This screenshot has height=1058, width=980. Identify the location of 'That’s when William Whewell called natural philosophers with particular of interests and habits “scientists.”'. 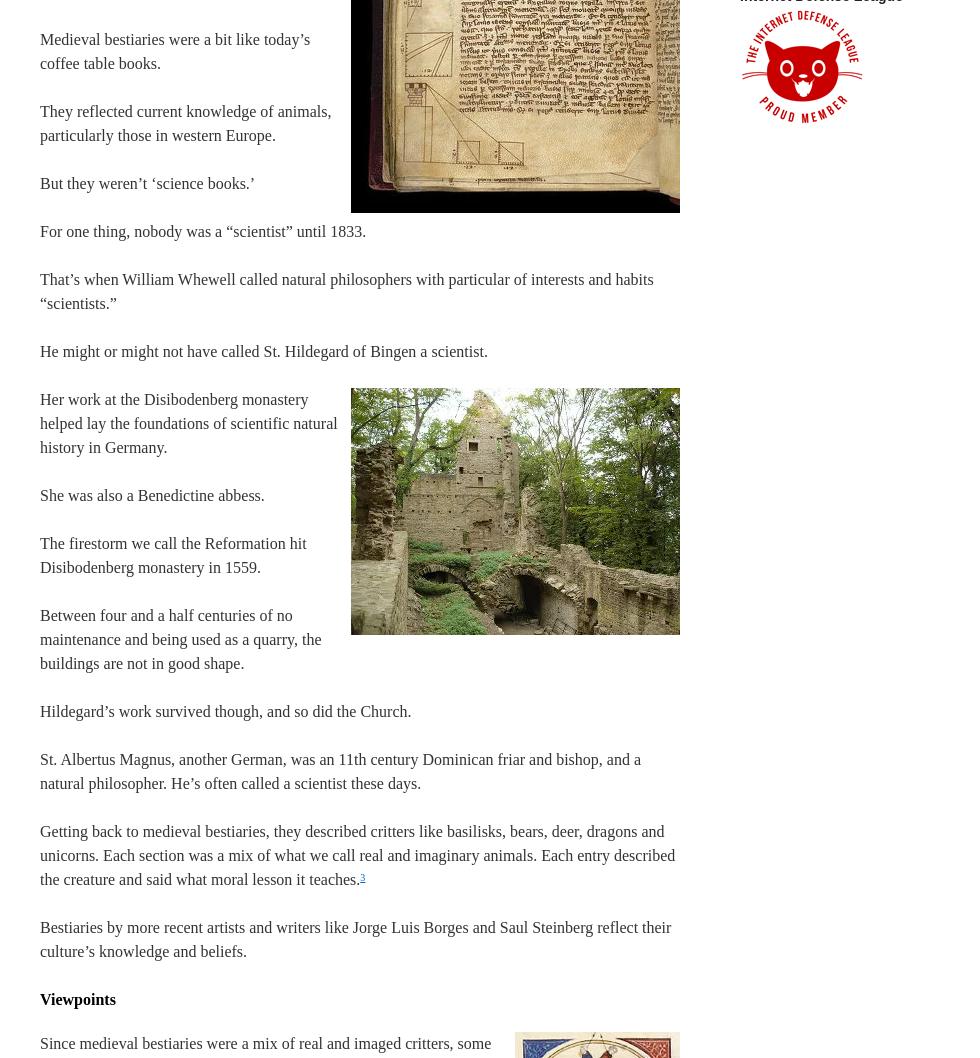
(346, 290).